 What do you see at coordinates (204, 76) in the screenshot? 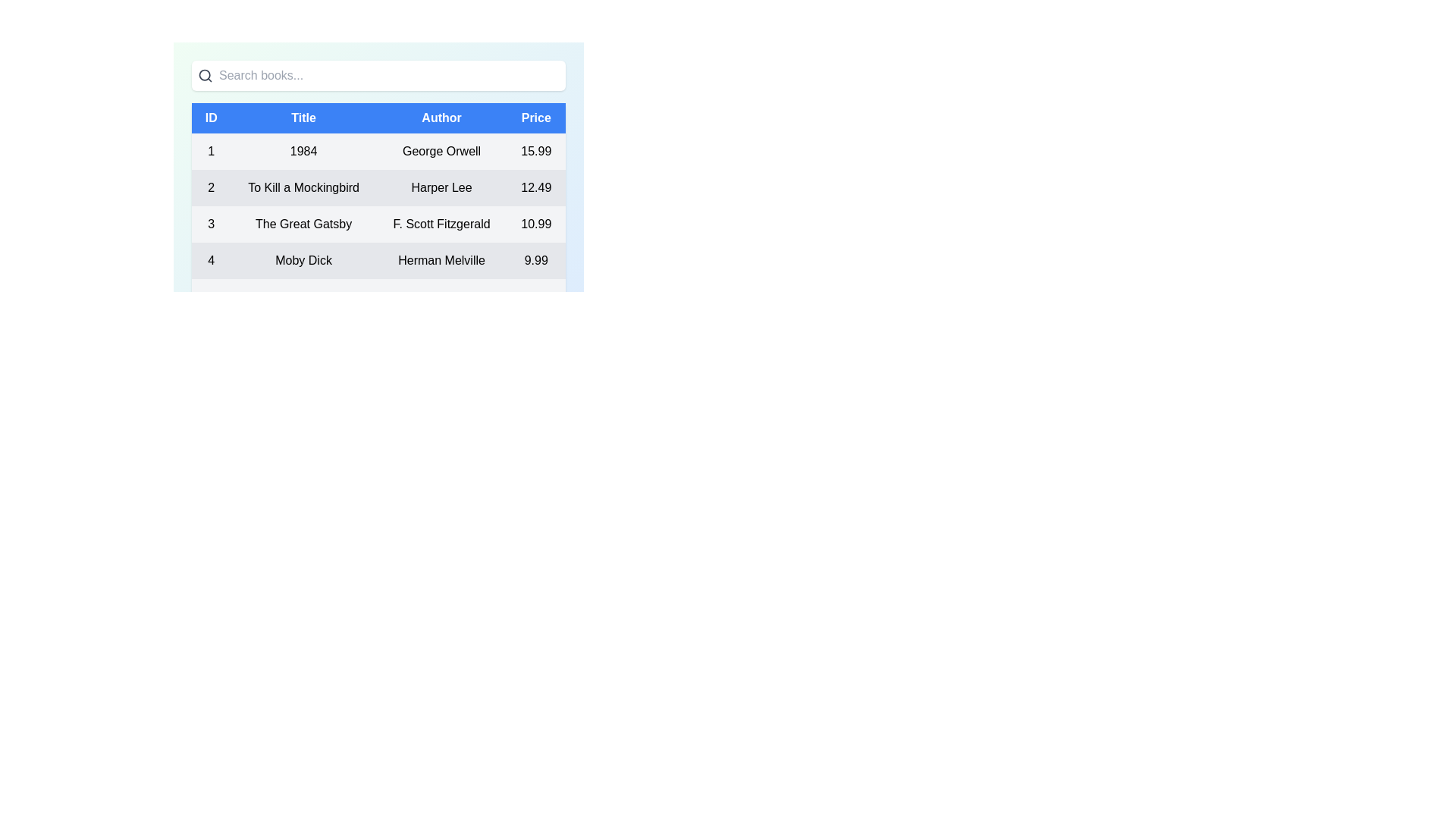
I see `the magnifying glass icon located at the far-left of the horizontal search bar, which is visually designed to indicate the search functionality` at bounding box center [204, 76].